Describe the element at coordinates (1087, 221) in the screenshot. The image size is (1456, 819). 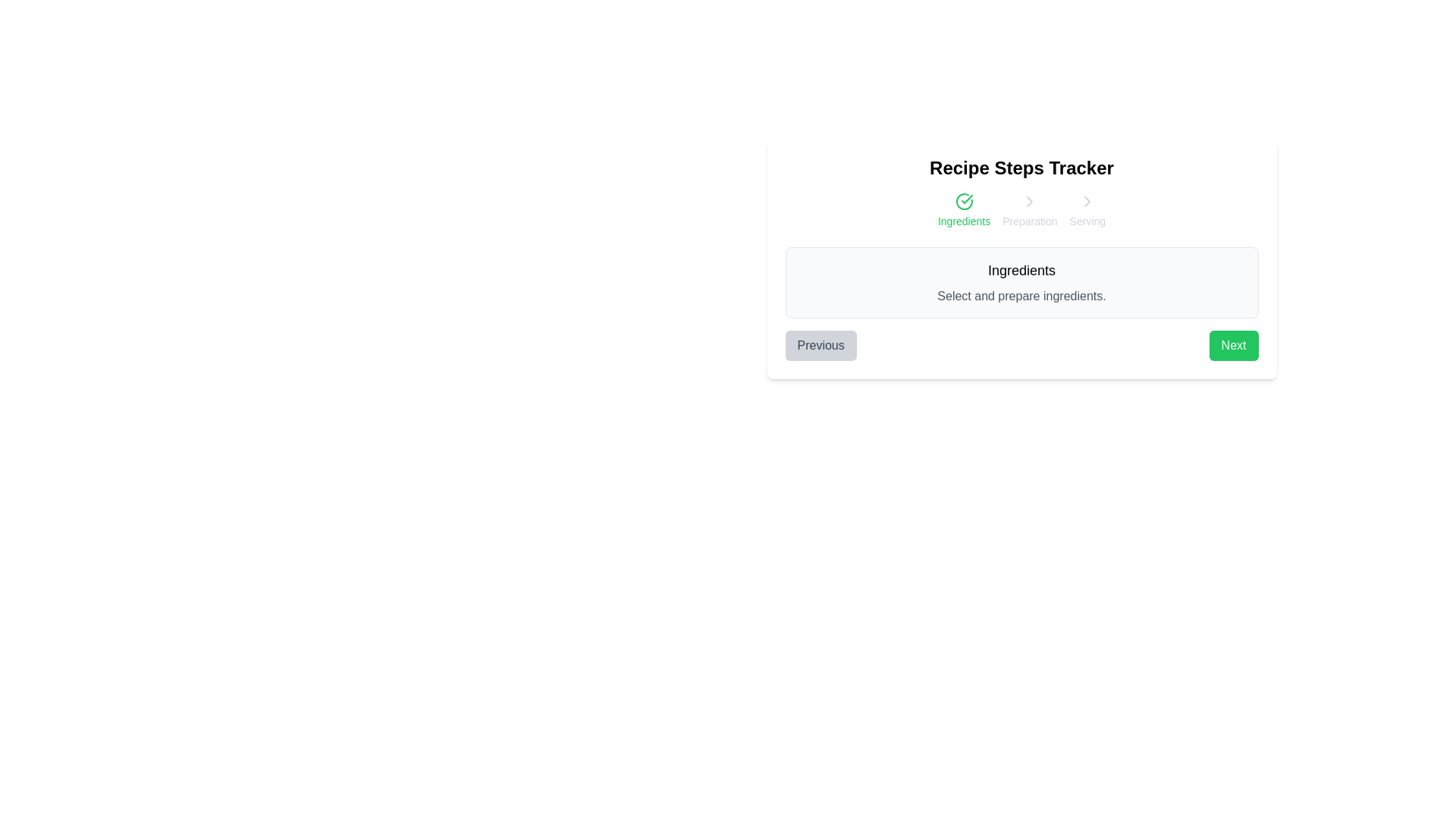
I see `the 'Serving' step label in the recipe preparation process, which is located in the middle-right section of the display interface below the chevron-right icon and after the 'Ingredients' and 'Preparation' steps` at that location.